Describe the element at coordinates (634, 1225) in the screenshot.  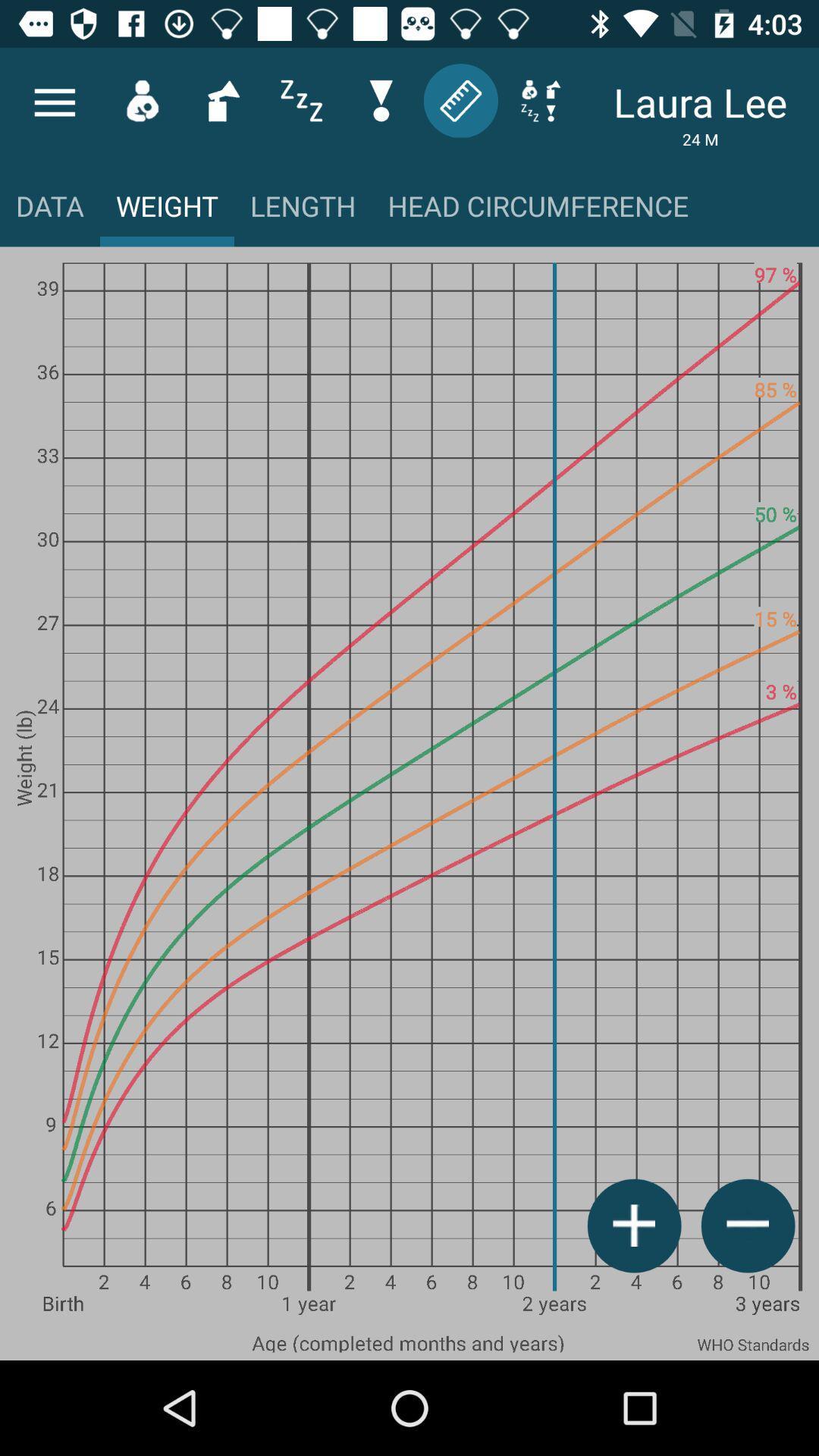
I see `the add icon` at that location.